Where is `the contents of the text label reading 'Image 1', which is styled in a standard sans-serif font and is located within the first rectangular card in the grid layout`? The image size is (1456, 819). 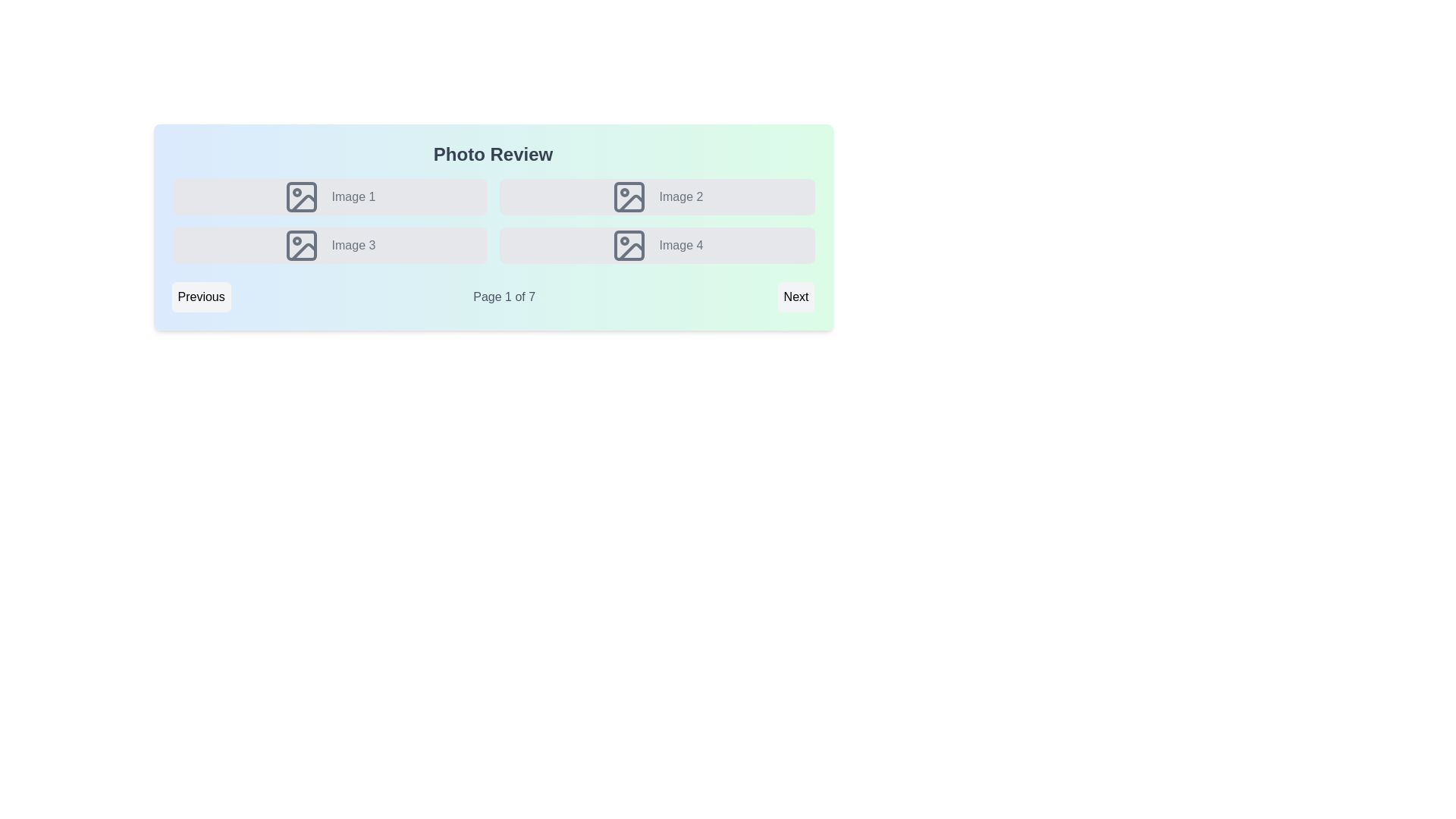 the contents of the text label reading 'Image 1', which is styled in a standard sans-serif font and is located within the first rectangular card in the grid layout is located at coordinates (353, 196).